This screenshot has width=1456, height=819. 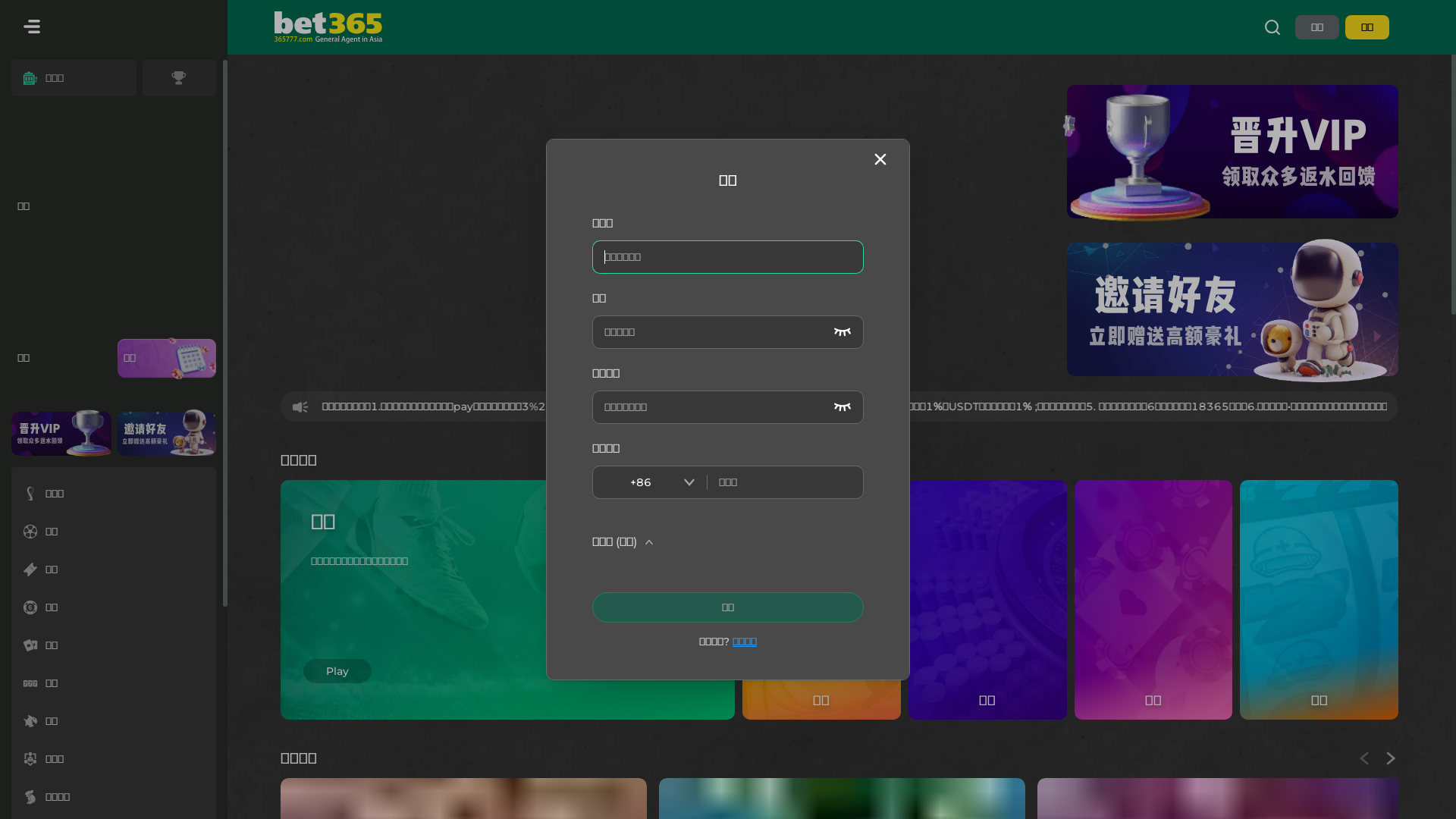 What do you see at coordinates (337, 648) in the screenshot?
I see `'Play'` at bounding box center [337, 648].